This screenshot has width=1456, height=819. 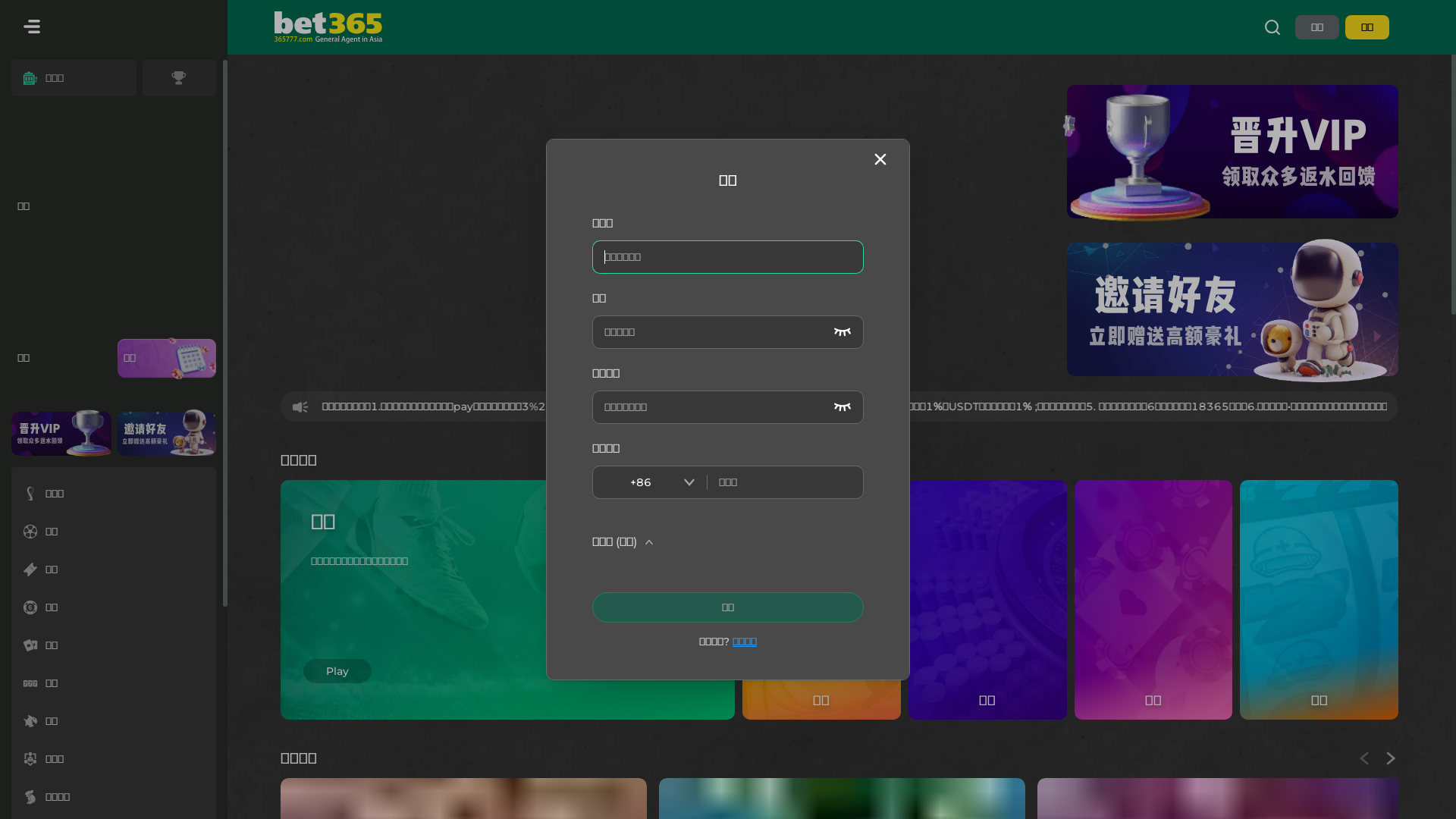 What do you see at coordinates (337, 648) in the screenshot?
I see `'Play'` at bounding box center [337, 648].